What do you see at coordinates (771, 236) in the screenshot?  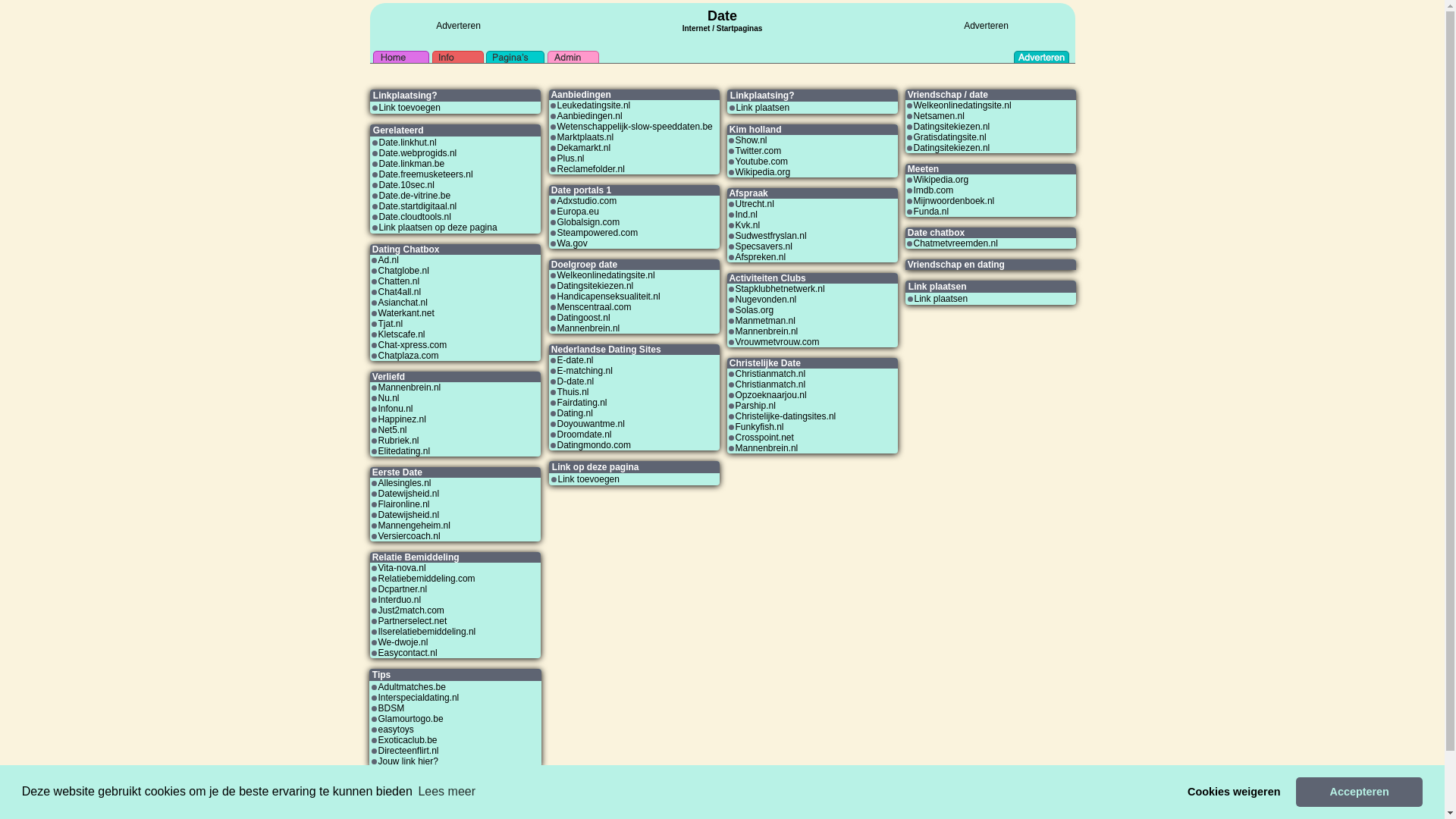 I see `'Sudwestfryslan.nl'` at bounding box center [771, 236].